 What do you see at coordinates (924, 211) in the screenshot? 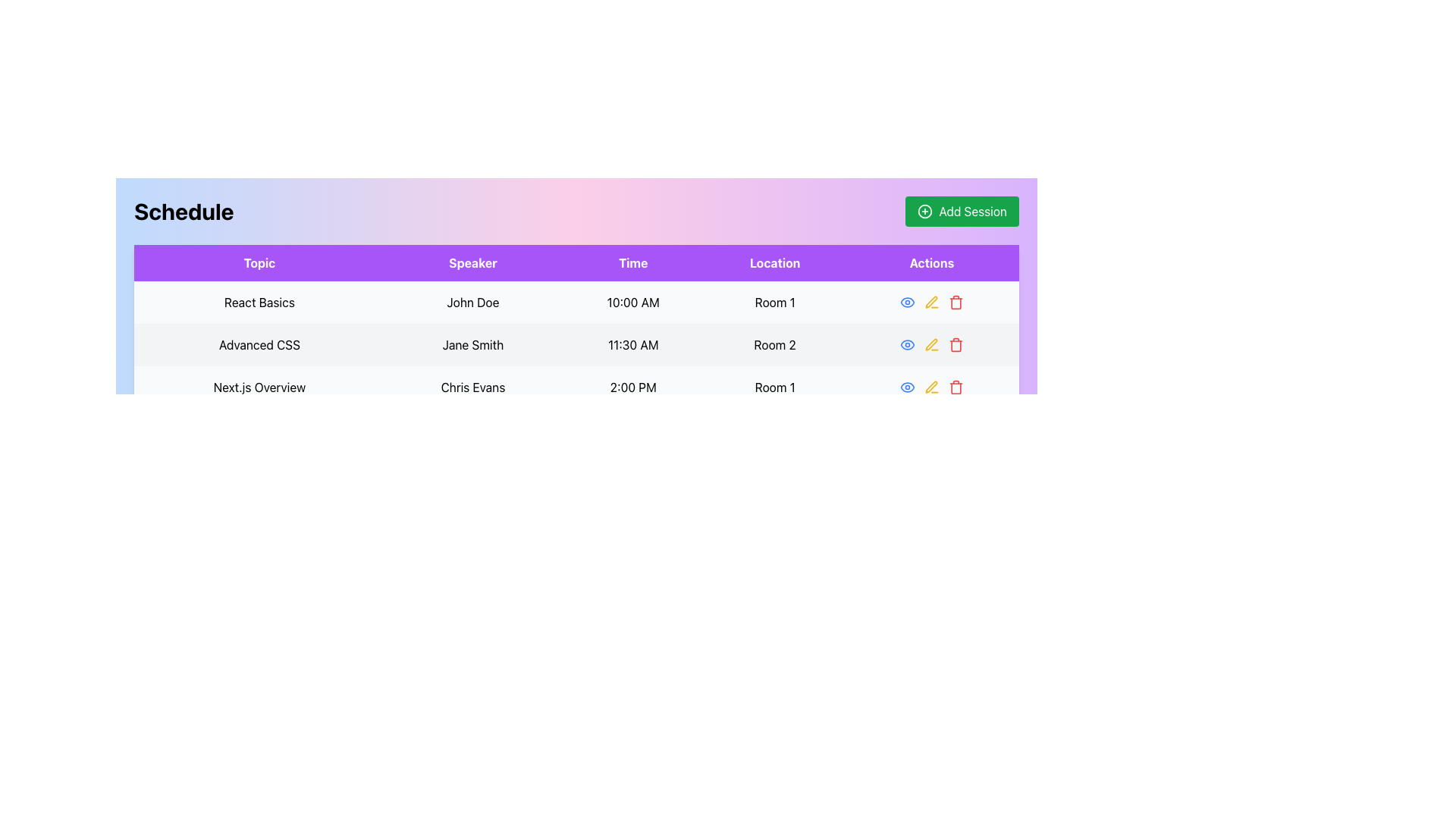
I see `the circular icon with a cross inside it, which is part of the green 'Add Session' button located at the top-right corner of the page, to initiate the add session action` at bounding box center [924, 211].